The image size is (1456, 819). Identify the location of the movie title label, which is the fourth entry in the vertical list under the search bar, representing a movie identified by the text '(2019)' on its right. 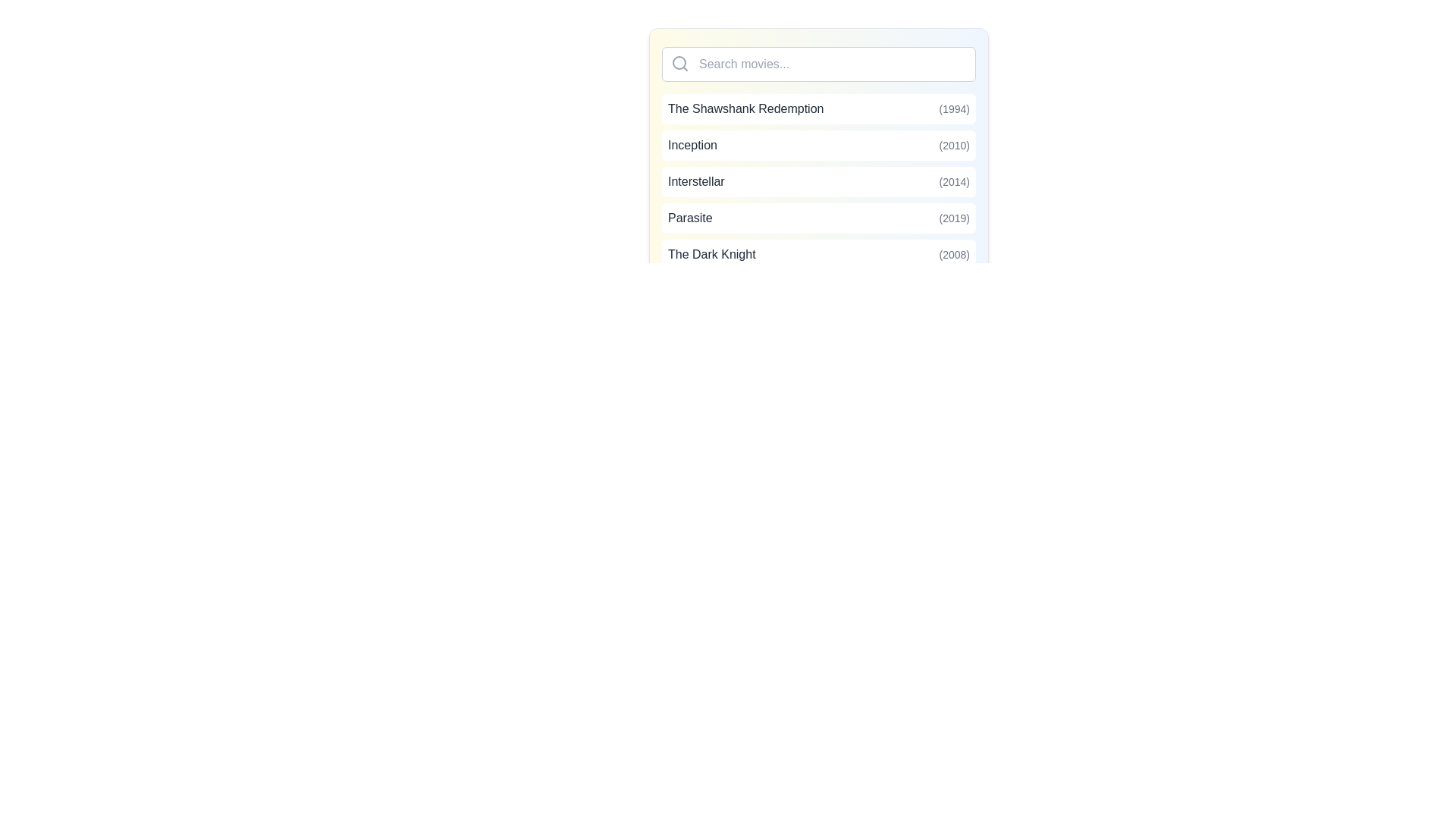
(689, 218).